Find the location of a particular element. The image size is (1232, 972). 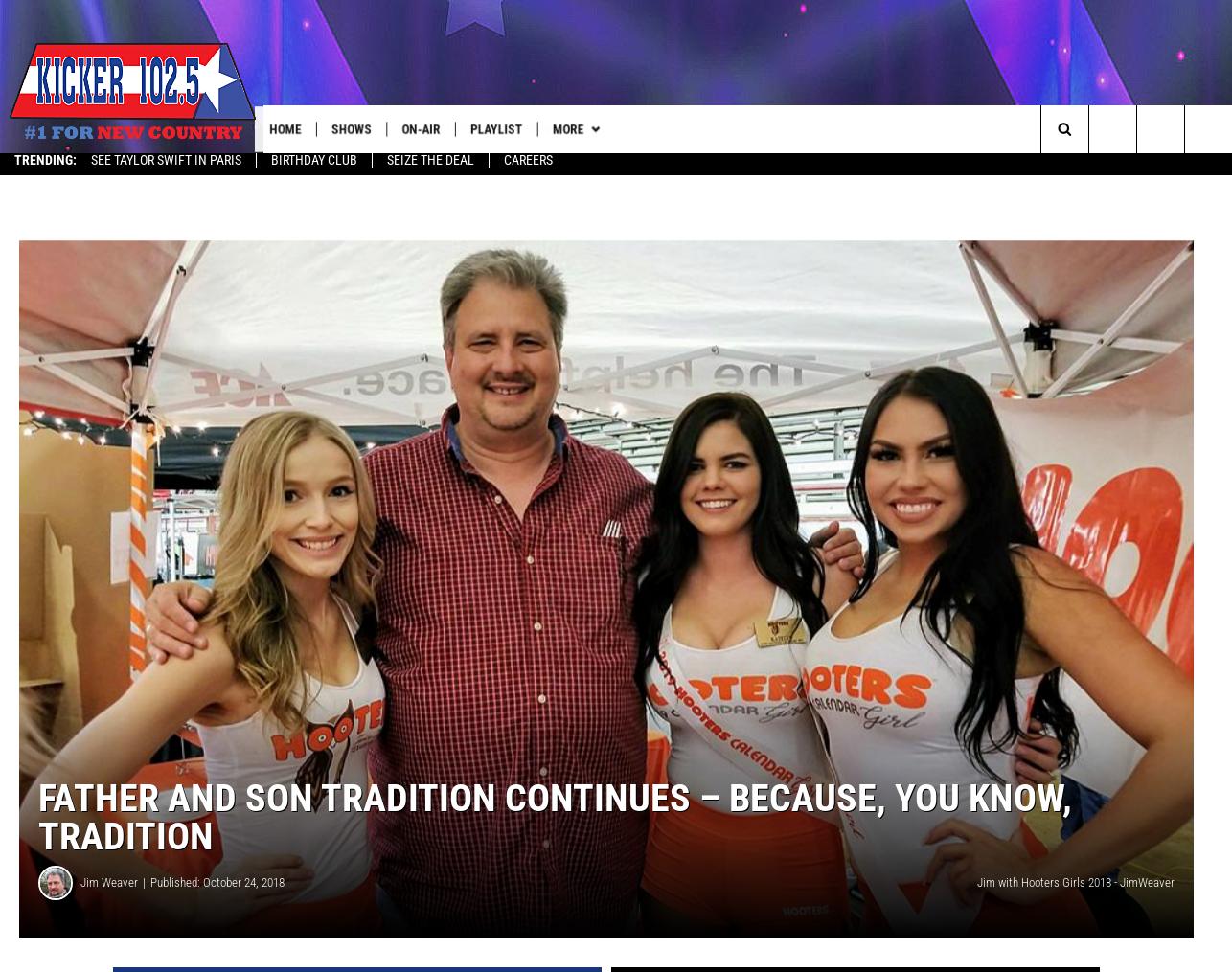

'Seize The Deal' is located at coordinates (429, 168).